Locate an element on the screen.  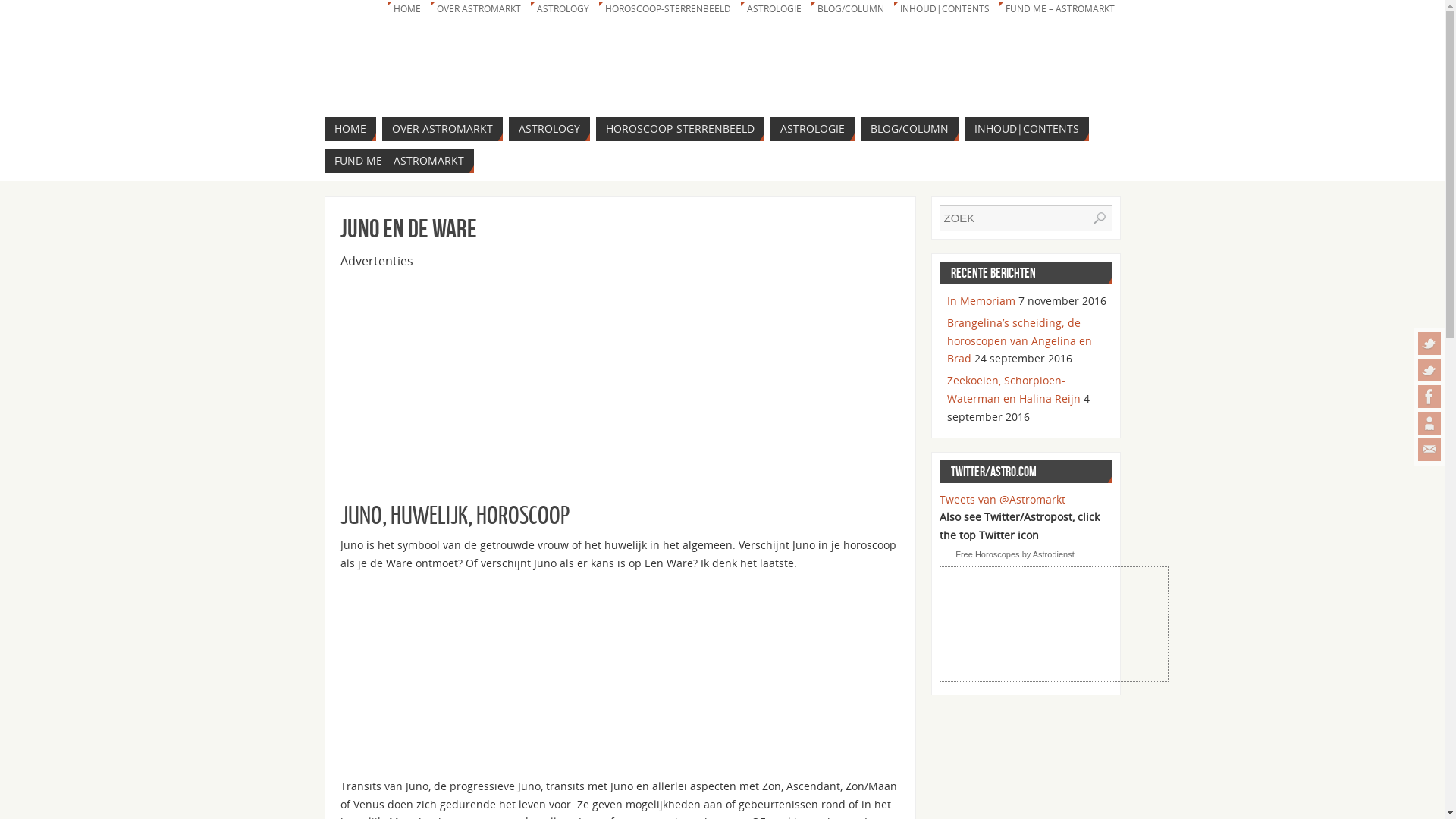
'Facebook/Astromarkt' is located at coordinates (1429, 396).